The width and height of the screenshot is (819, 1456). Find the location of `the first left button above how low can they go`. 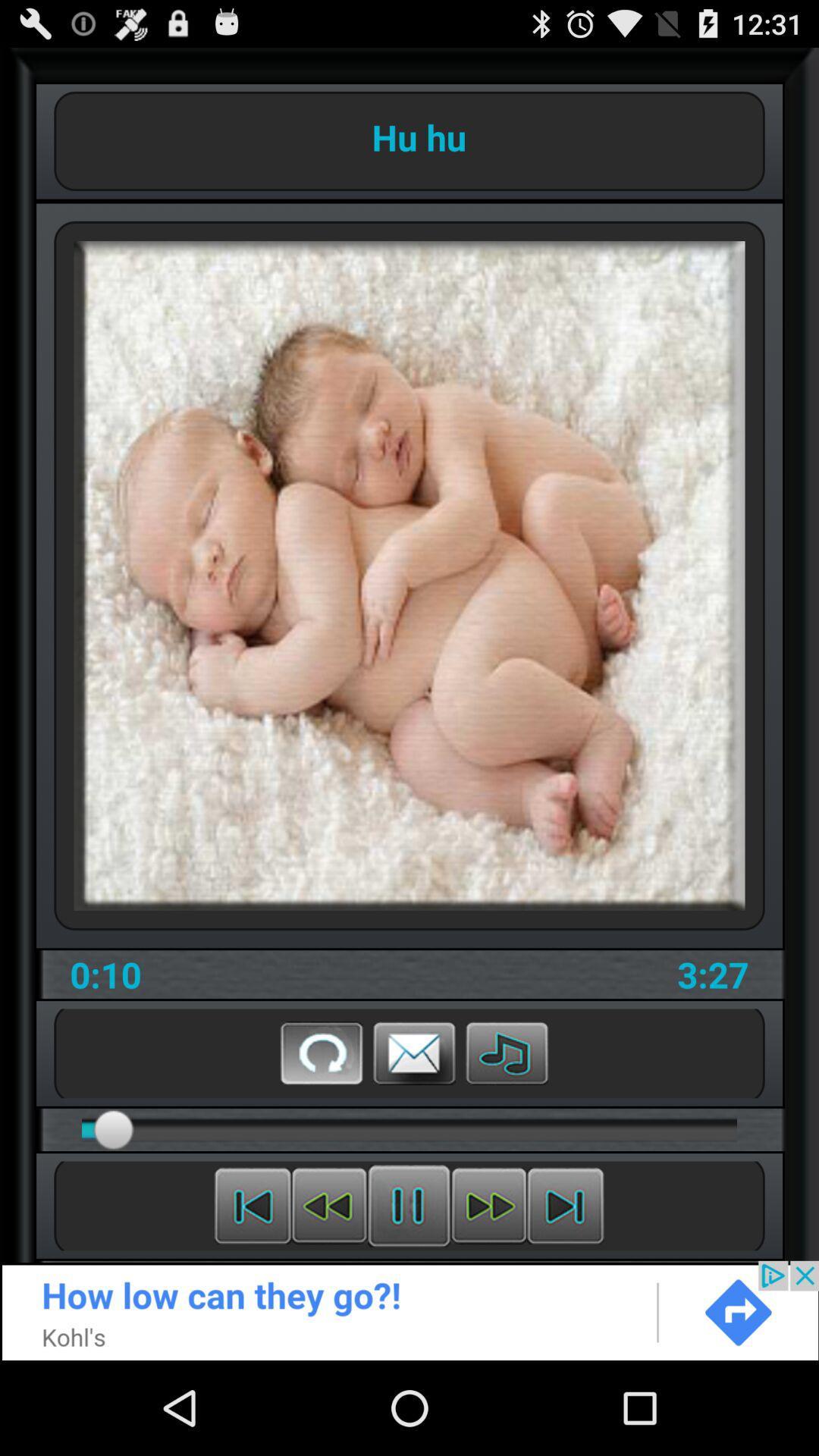

the first left button above how low can they go is located at coordinates (252, 1205).